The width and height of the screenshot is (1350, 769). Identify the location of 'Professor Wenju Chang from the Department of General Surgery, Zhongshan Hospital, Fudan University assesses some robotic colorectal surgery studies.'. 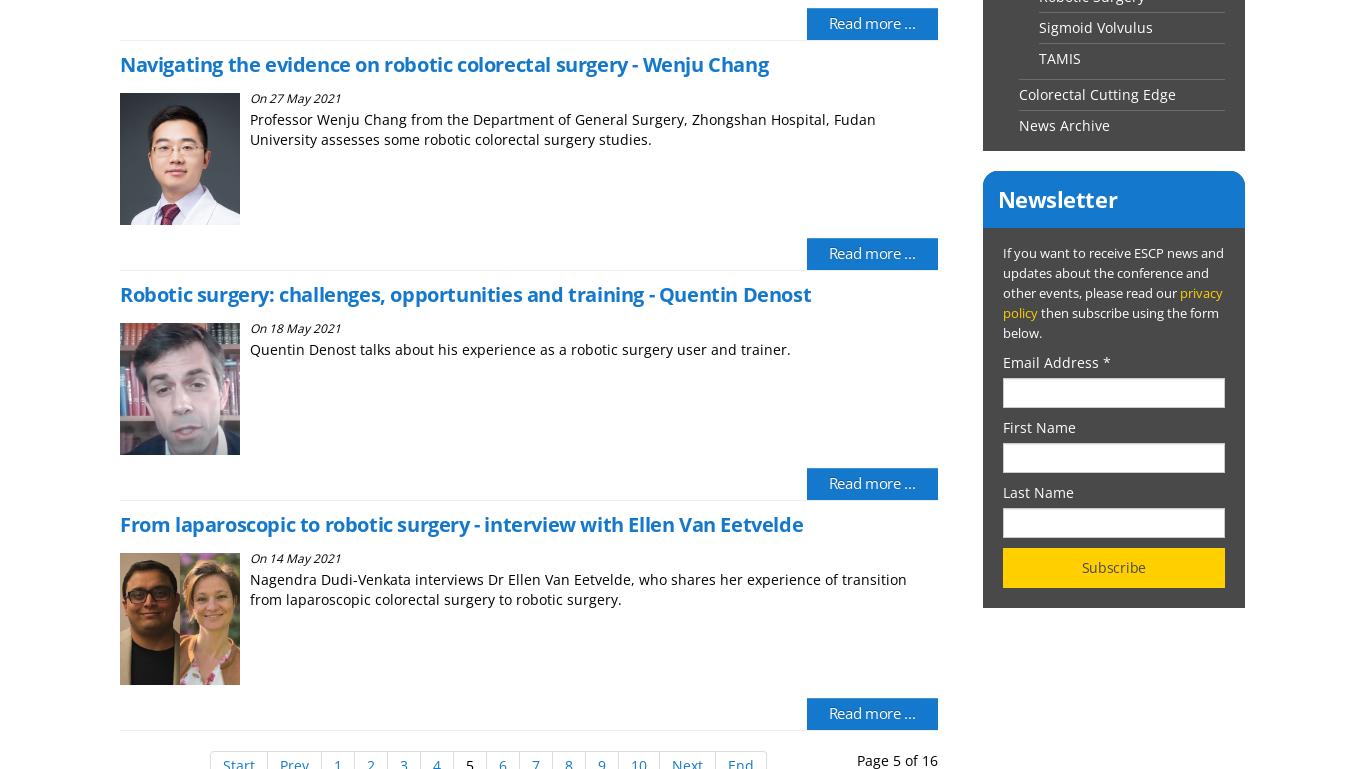
(561, 128).